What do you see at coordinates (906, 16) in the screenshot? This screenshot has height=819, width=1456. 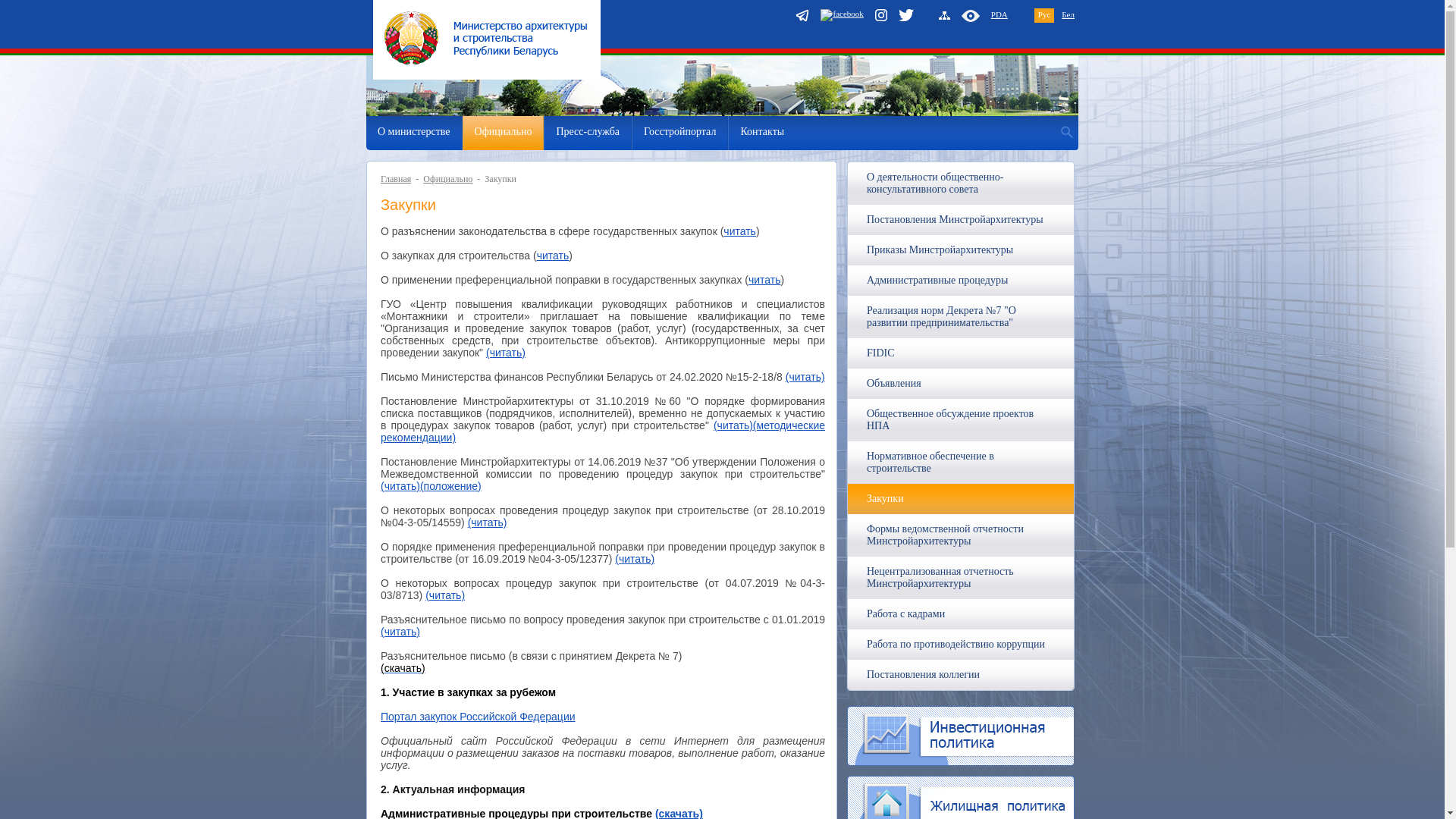 I see `'Twitter'` at bounding box center [906, 16].